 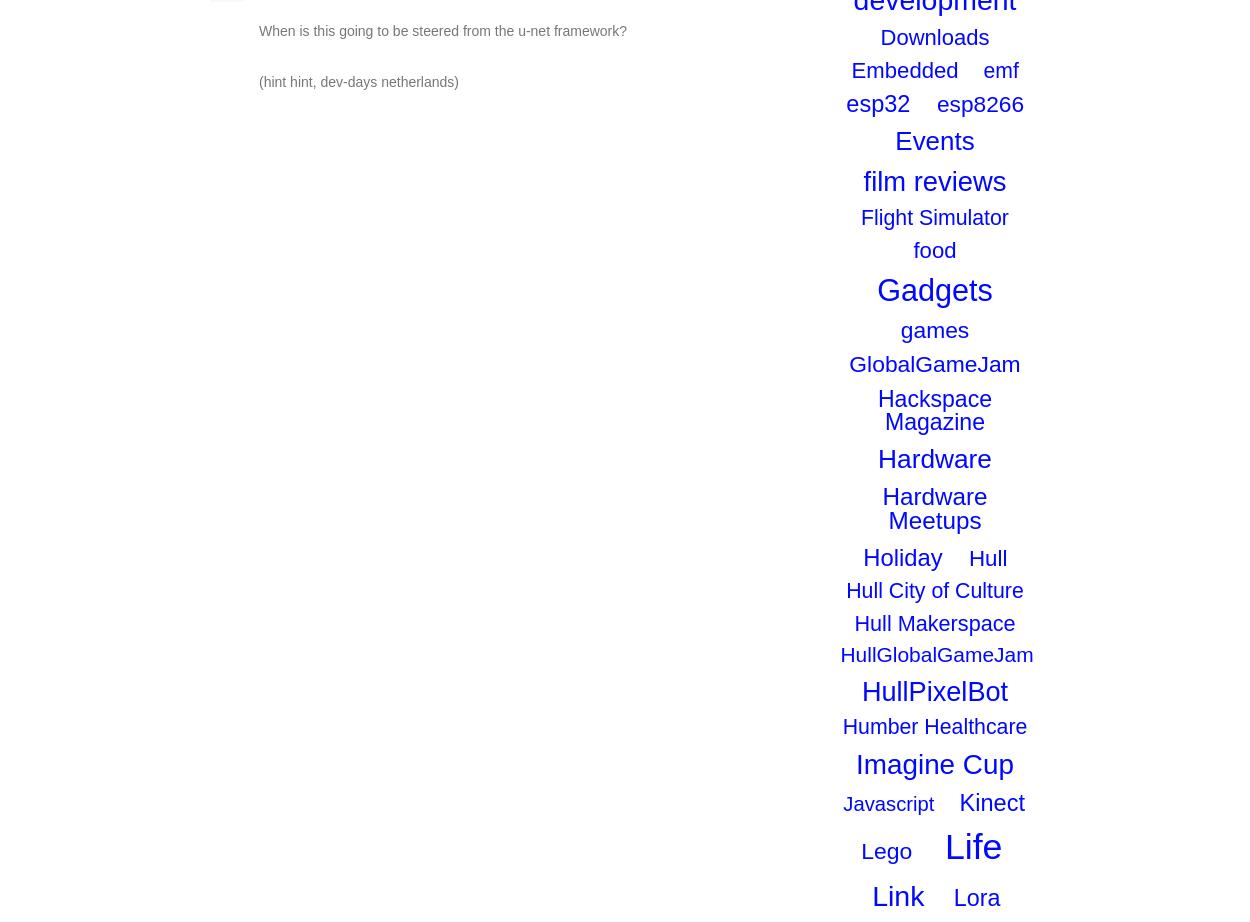 What do you see at coordinates (900, 328) in the screenshot?
I see `'games'` at bounding box center [900, 328].